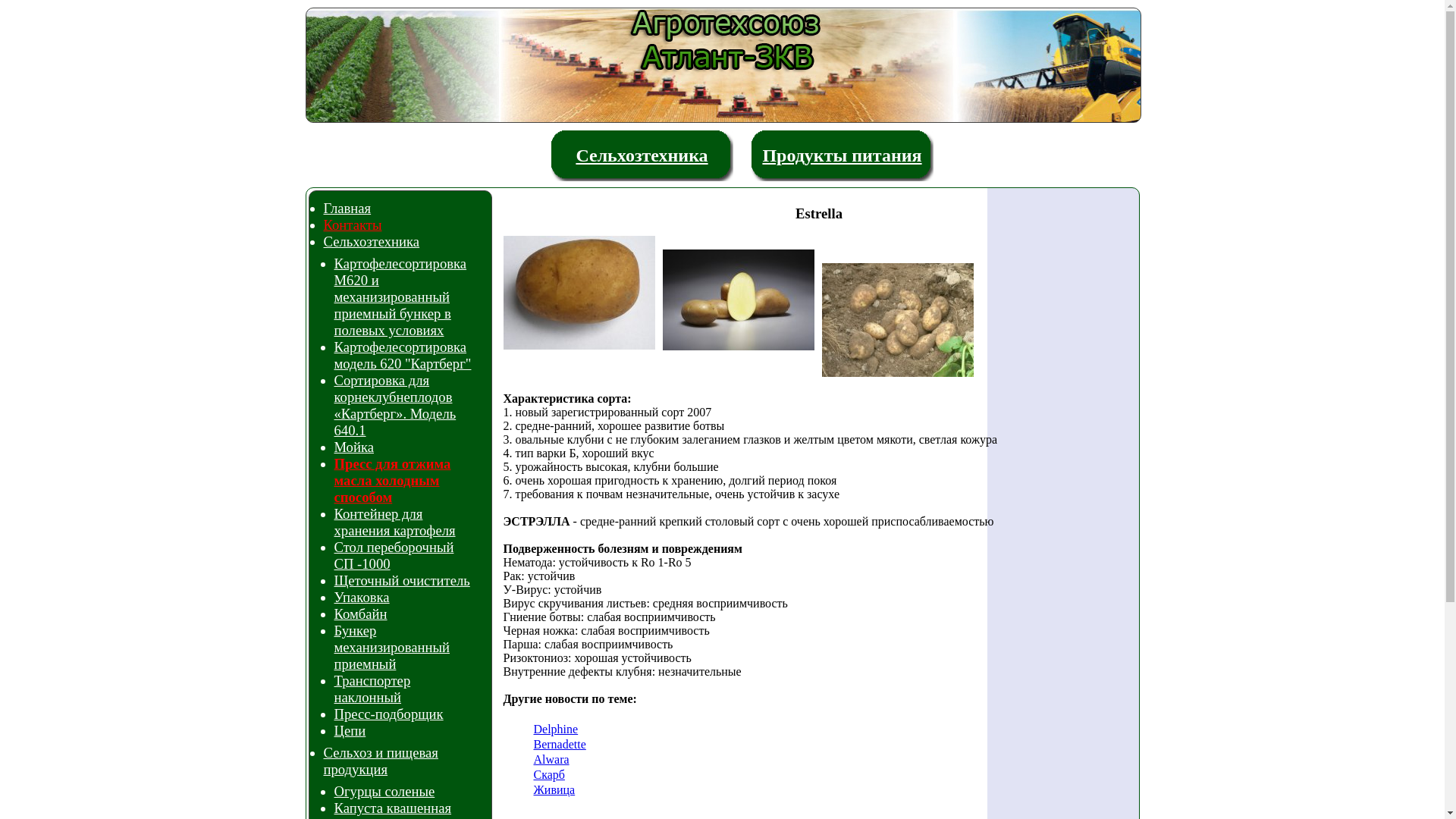 This screenshot has width=1456, height=819. I want to click on 'Estrella', so click(742, 303).